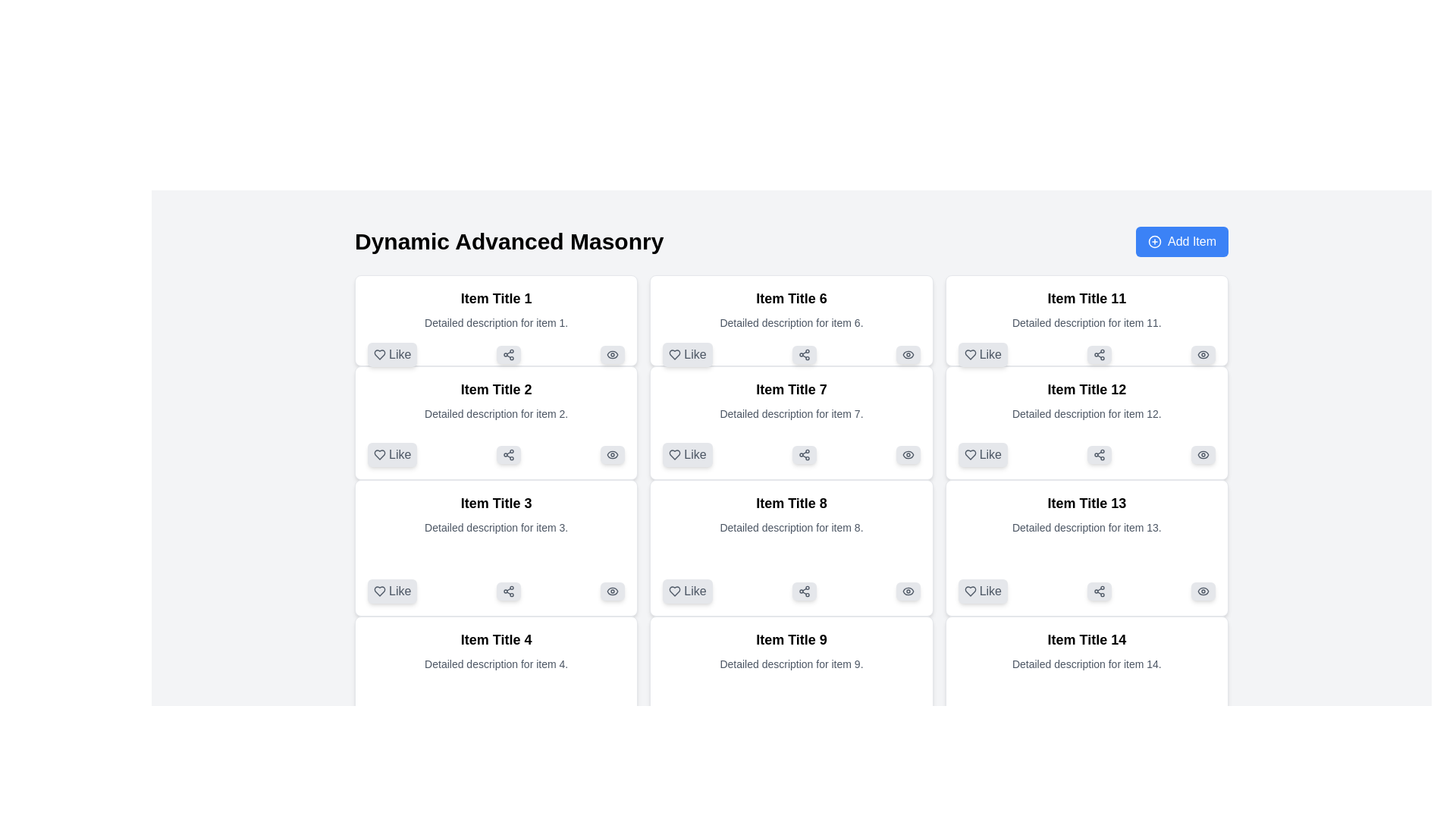 The height and width of the screenshot is (819, 1456). What do you see at coordinates (613, 590) in the screenshot?
I see `the 'view' button with icon associated with 'Item Title 3'` at bounding box center [613, 590].